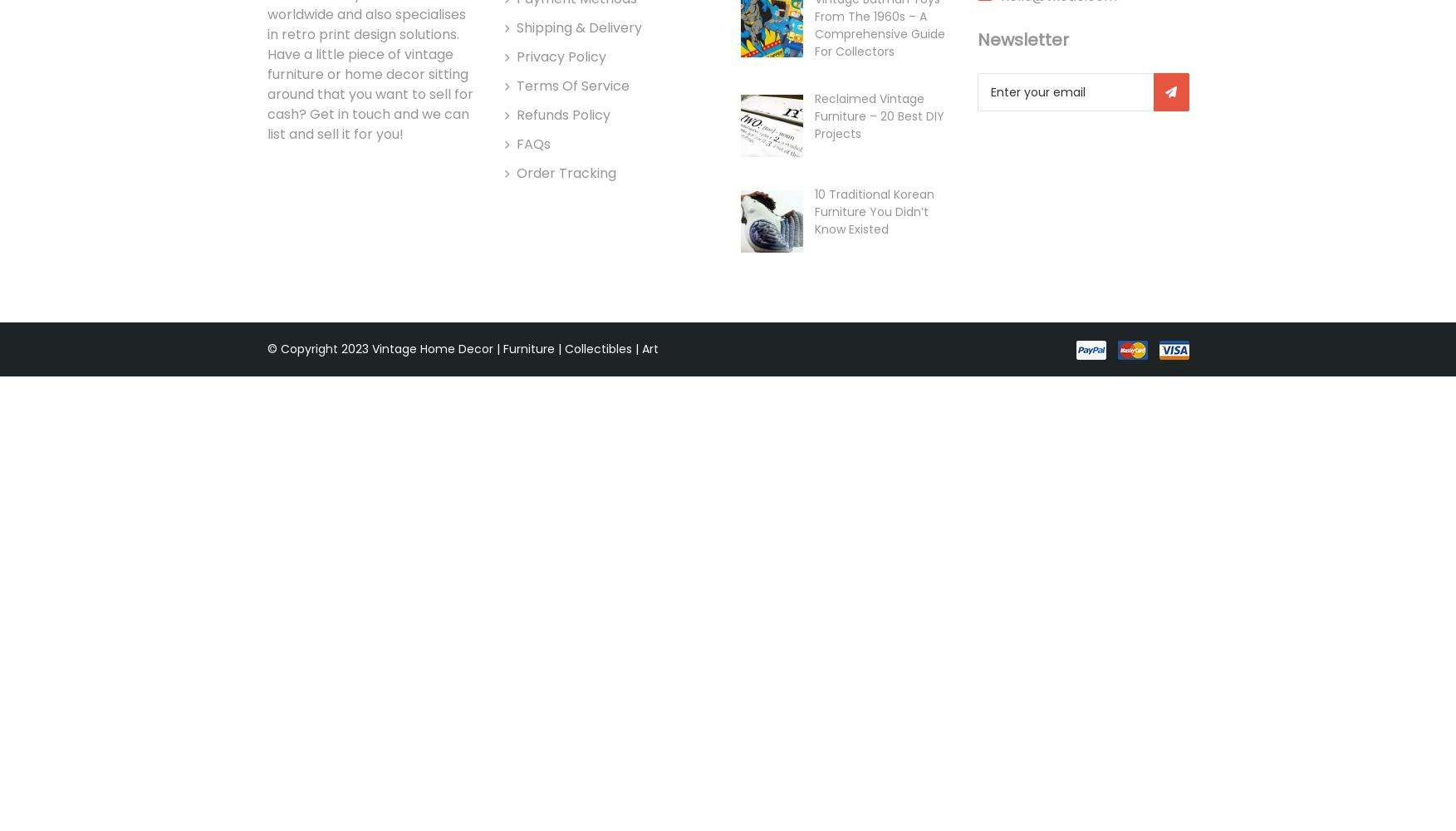 The width and height of the screenshot is (1456, 831). Describe the element at coordinates (566, 172) in the screenshot. I see `'Order Tracking'` at that location.